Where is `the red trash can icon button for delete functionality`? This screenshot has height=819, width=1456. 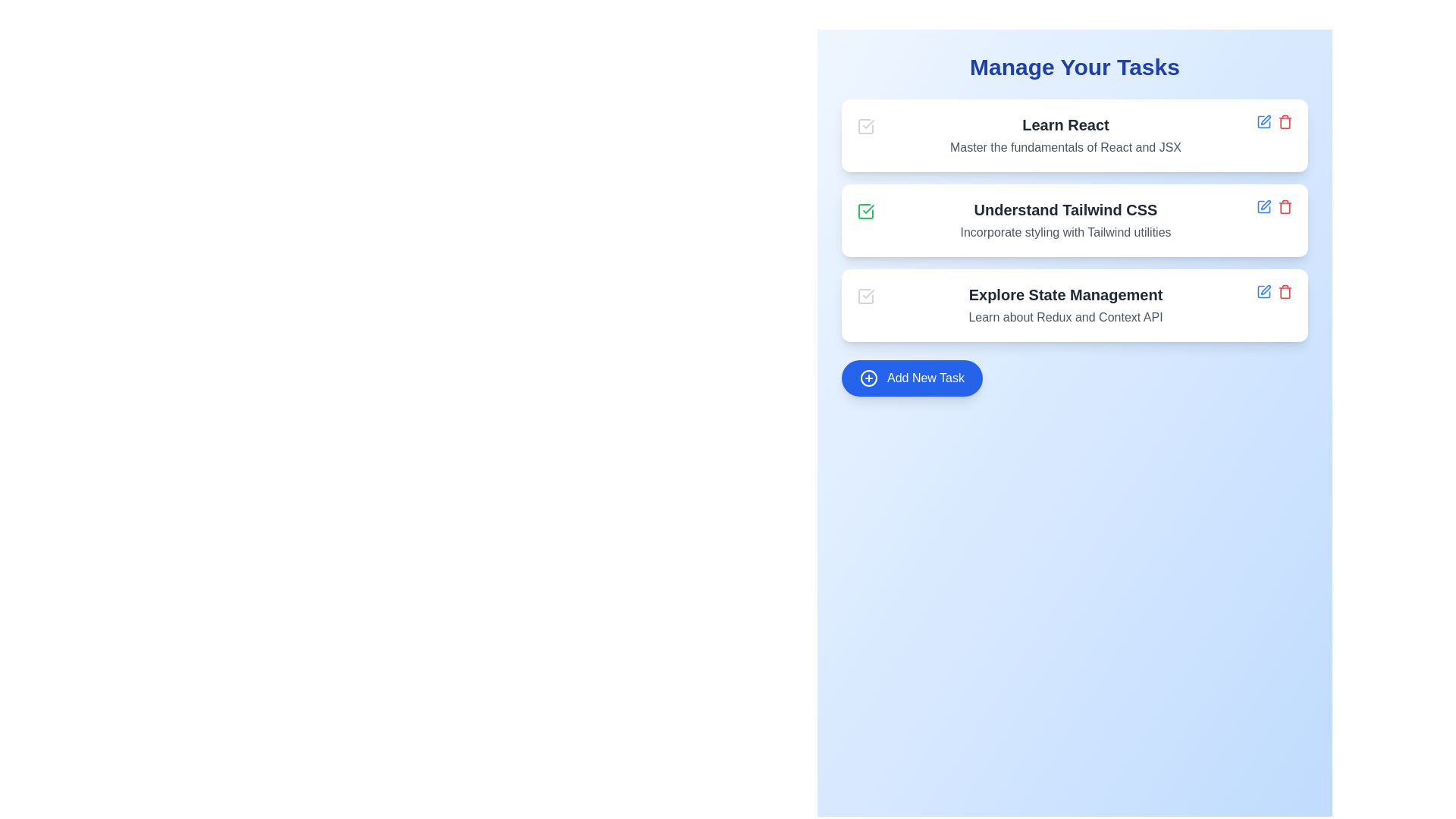
the red trash can icon button for delete functionality is located at coordinates (1284, 292).